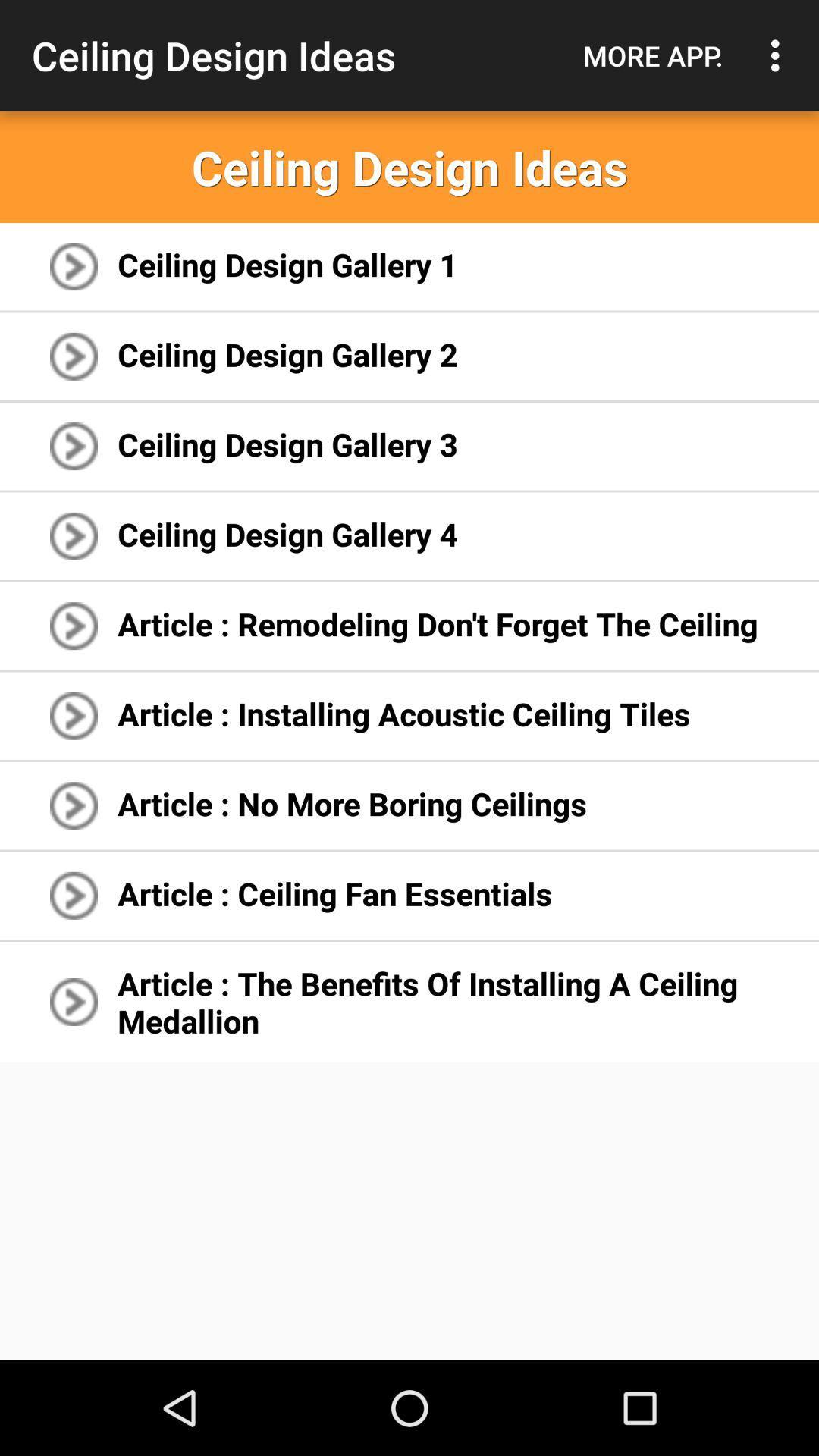 This screenshot has width=819, height=1456. I want to click on the fourth arrow from bottom, so click(74, 715).